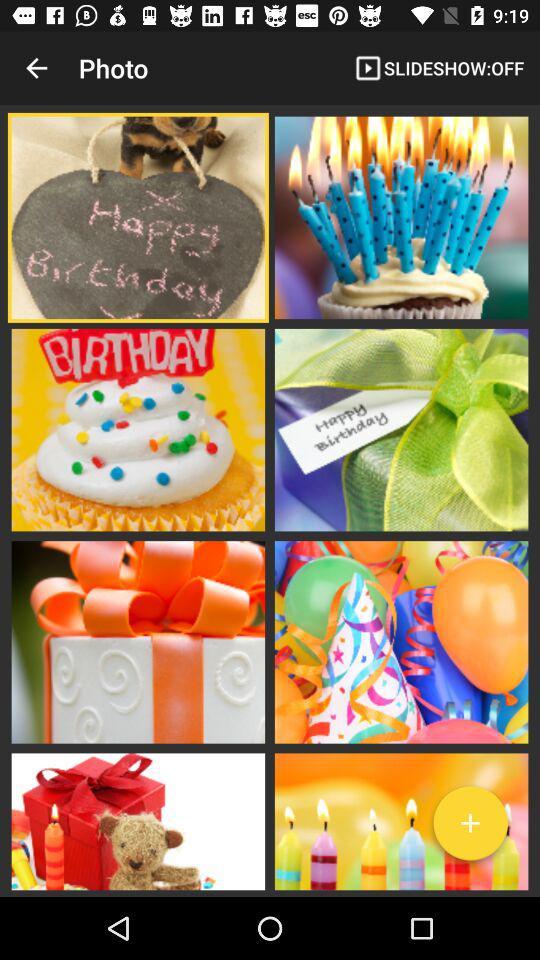 The height and width of the screenshot is (960, 540). What do you see at coordinates (36, 68) in the screenshot?
I see `icon next to photo app` at bounding box center [36, 68].